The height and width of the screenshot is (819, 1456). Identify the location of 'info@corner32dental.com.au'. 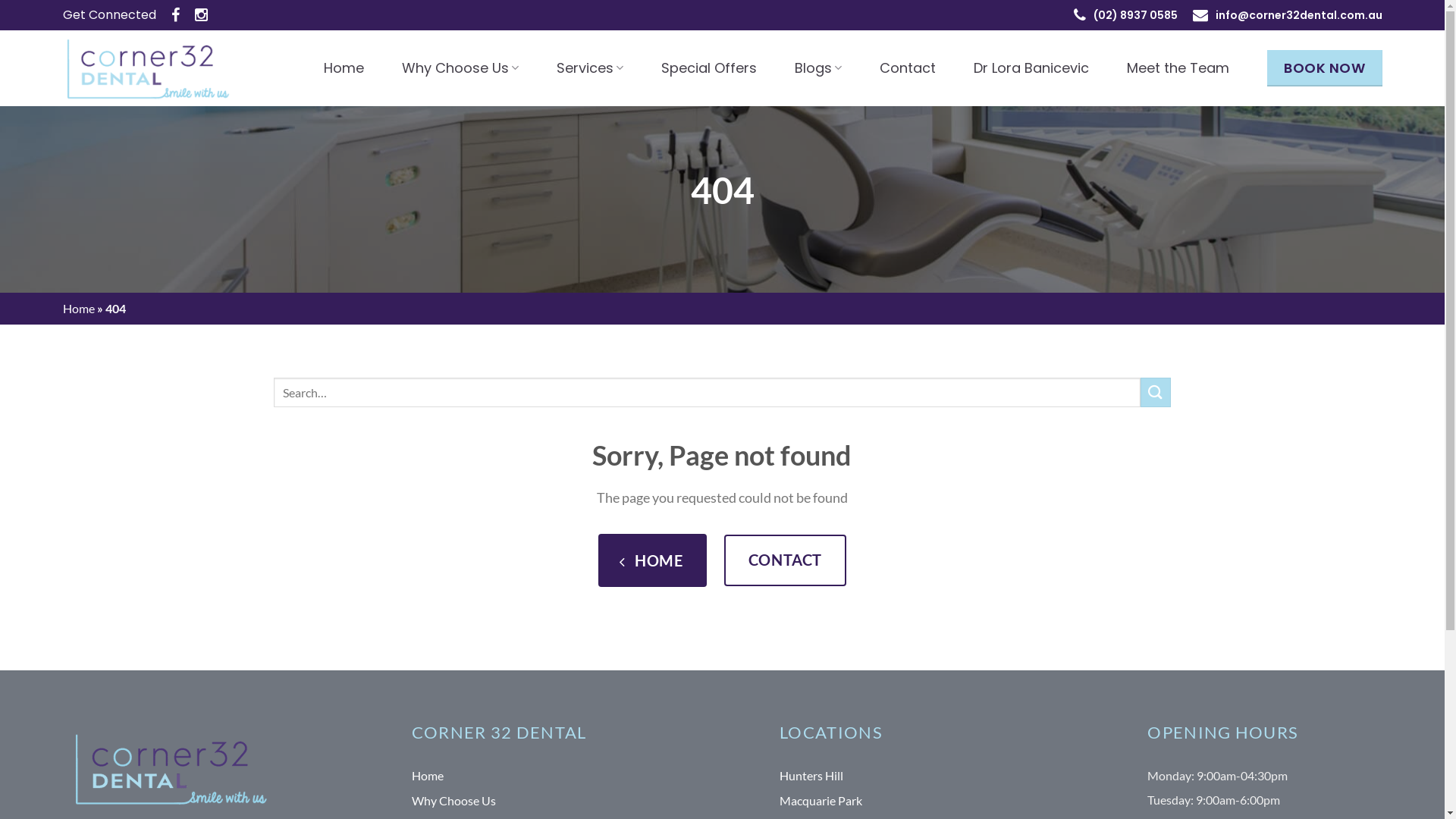
(1298, 14).